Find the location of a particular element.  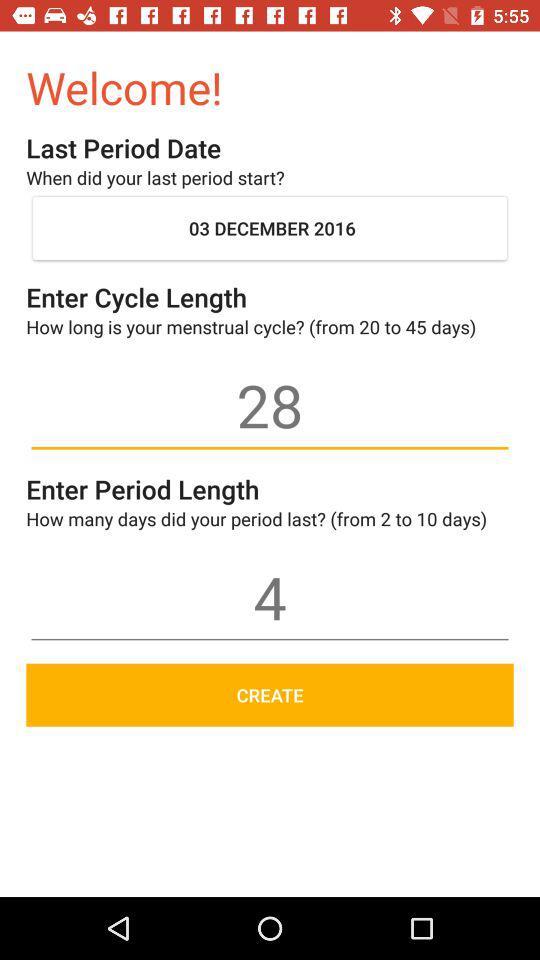

the icon above enter period length item is located at coordinates (270, 404).